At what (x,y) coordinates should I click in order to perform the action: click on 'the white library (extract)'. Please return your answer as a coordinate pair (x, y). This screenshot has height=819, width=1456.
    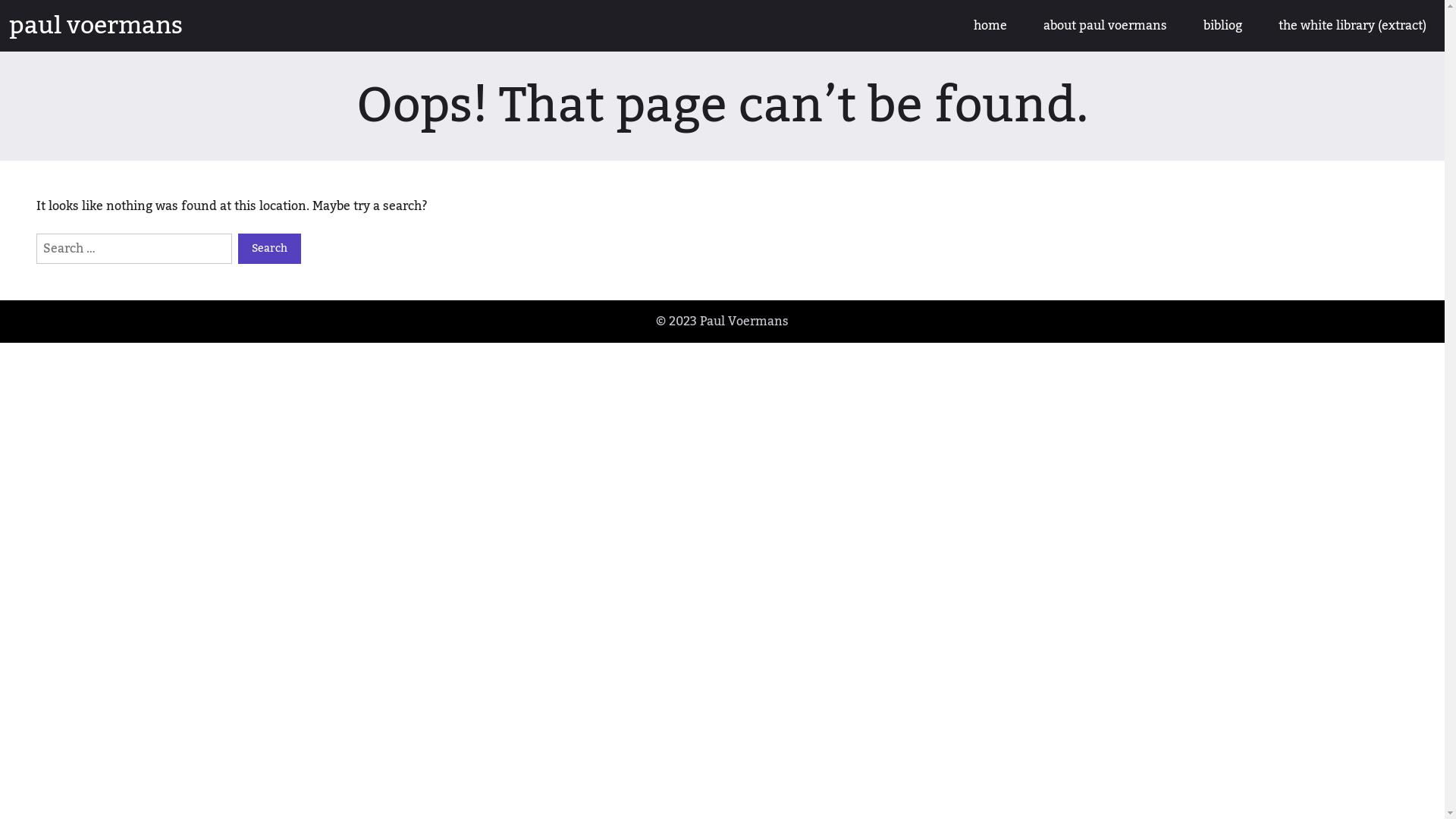
    Looking at the image, I should click on (1352, 26).